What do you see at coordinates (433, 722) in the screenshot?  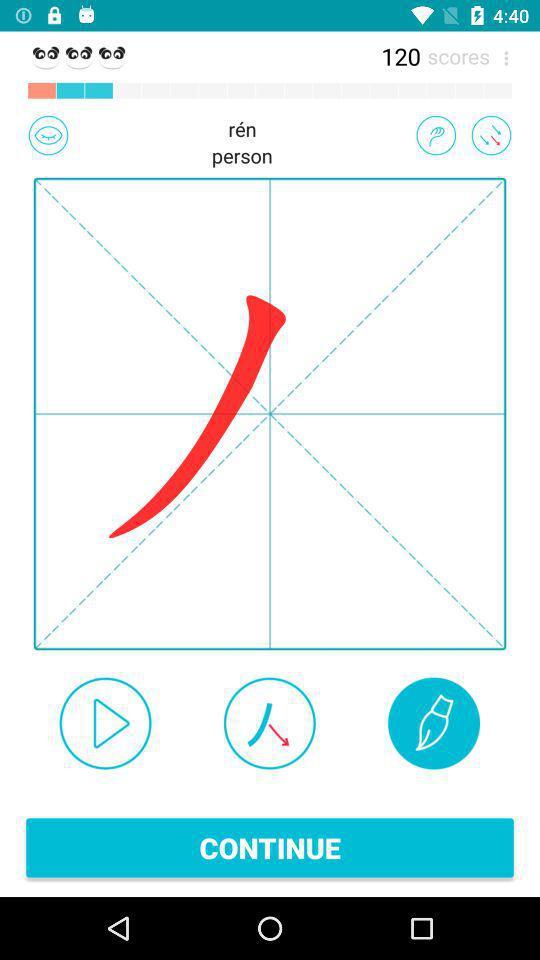 I see `the icon above continue item` at bounding box center [433, 722].